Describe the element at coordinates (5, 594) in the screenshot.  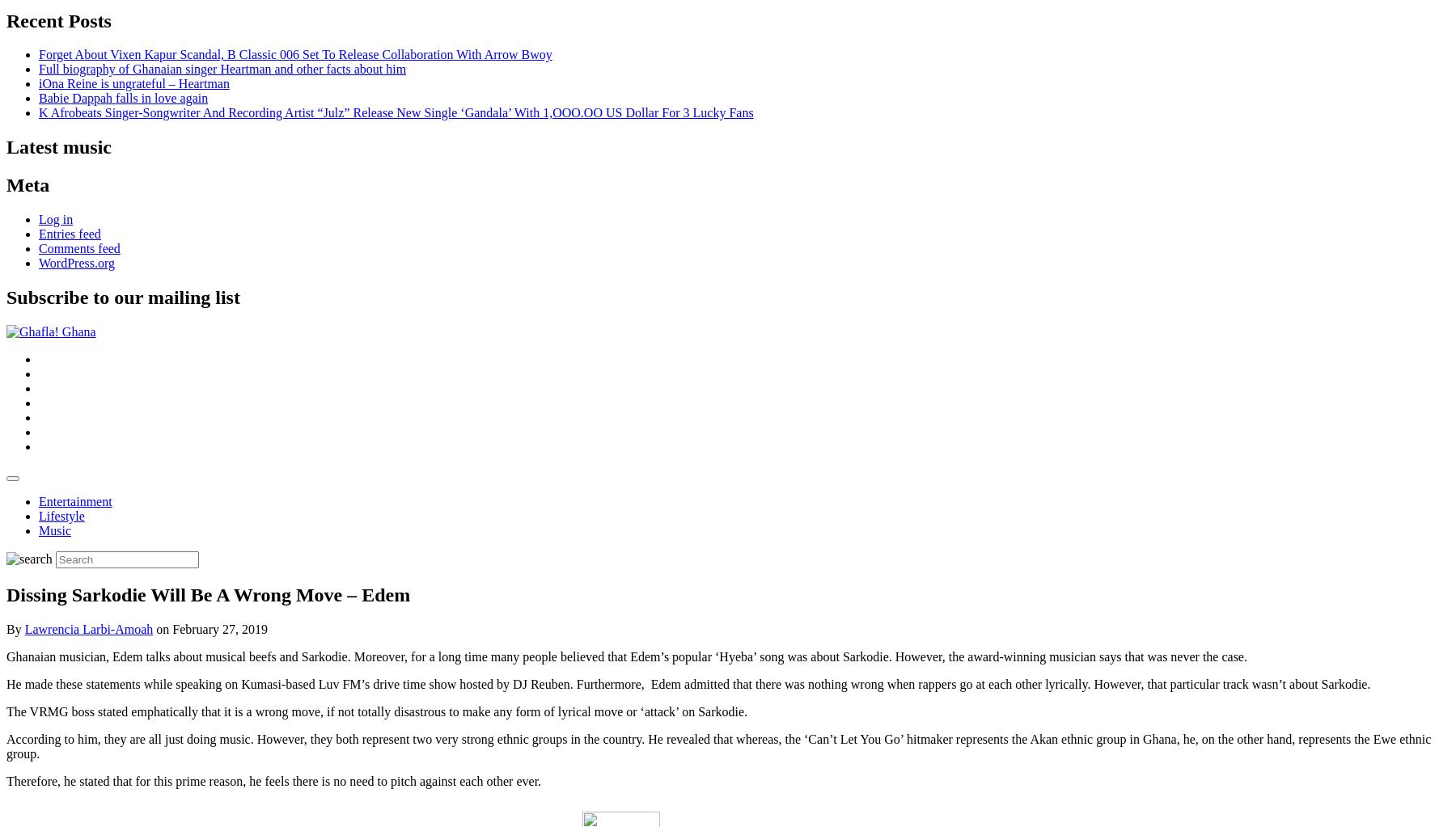
I see `'Dissing Sarkodie Will Be A Wrong Move – Edem'` at that location.